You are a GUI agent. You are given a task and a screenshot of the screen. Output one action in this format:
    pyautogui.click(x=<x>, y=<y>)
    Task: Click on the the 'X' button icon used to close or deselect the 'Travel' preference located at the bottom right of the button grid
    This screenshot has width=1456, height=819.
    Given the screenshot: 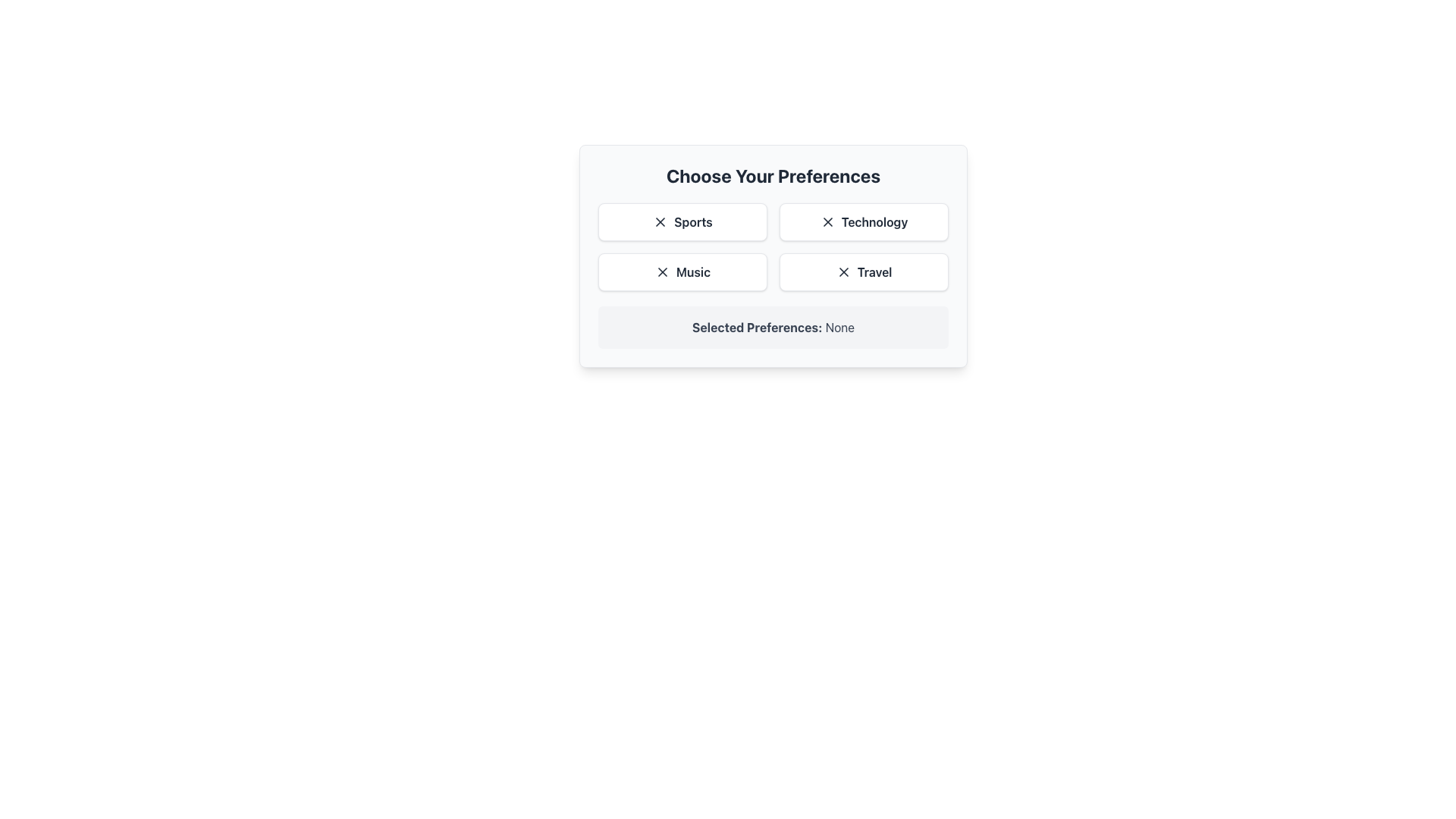 What is the action you would take?
    pyautogui.click(x=843, y=271)
    